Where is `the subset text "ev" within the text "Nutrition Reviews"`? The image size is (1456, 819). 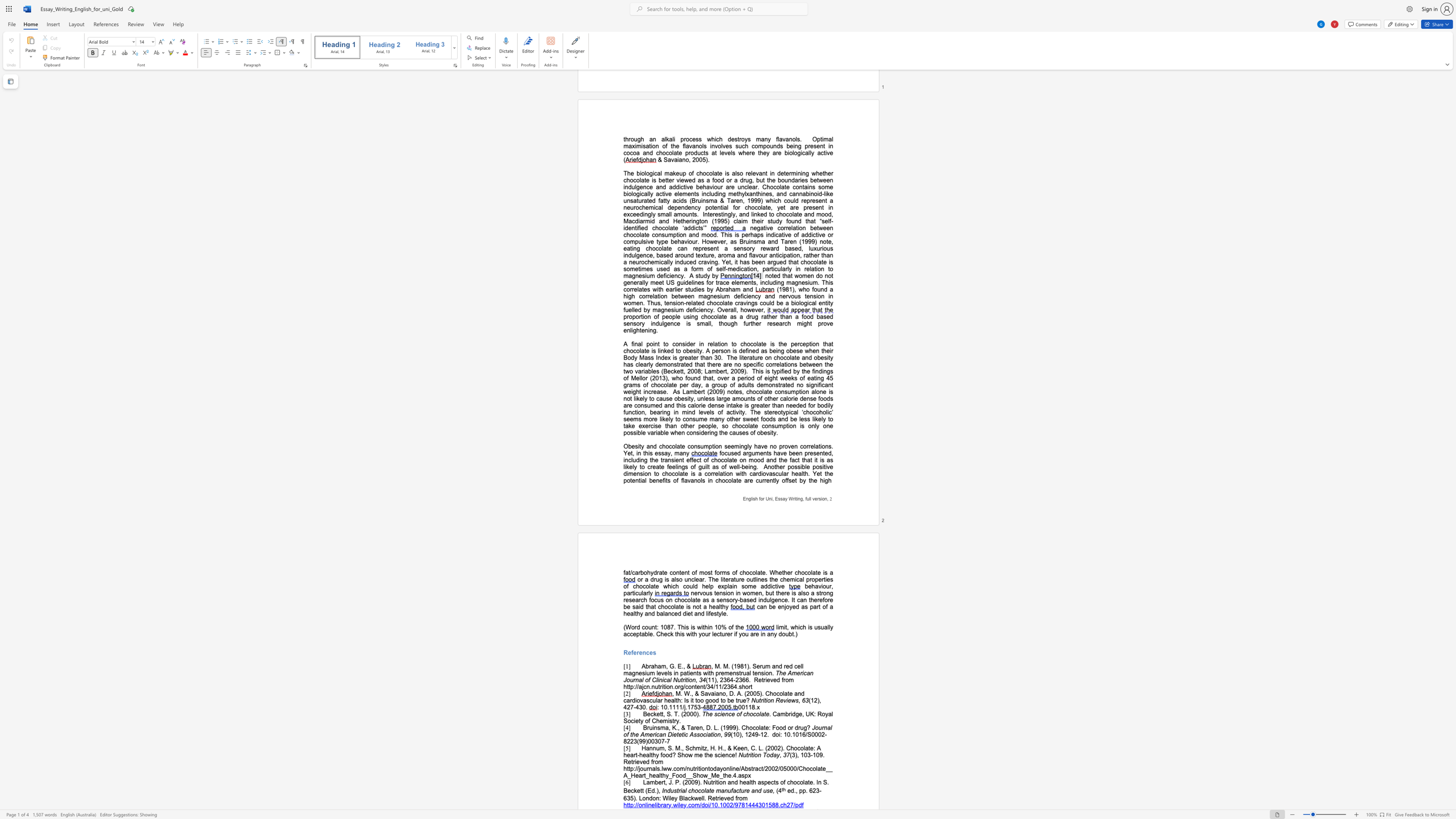 the subset text "ev" within the text "Nutrition Reviews" is located at coordinates (779, 700).